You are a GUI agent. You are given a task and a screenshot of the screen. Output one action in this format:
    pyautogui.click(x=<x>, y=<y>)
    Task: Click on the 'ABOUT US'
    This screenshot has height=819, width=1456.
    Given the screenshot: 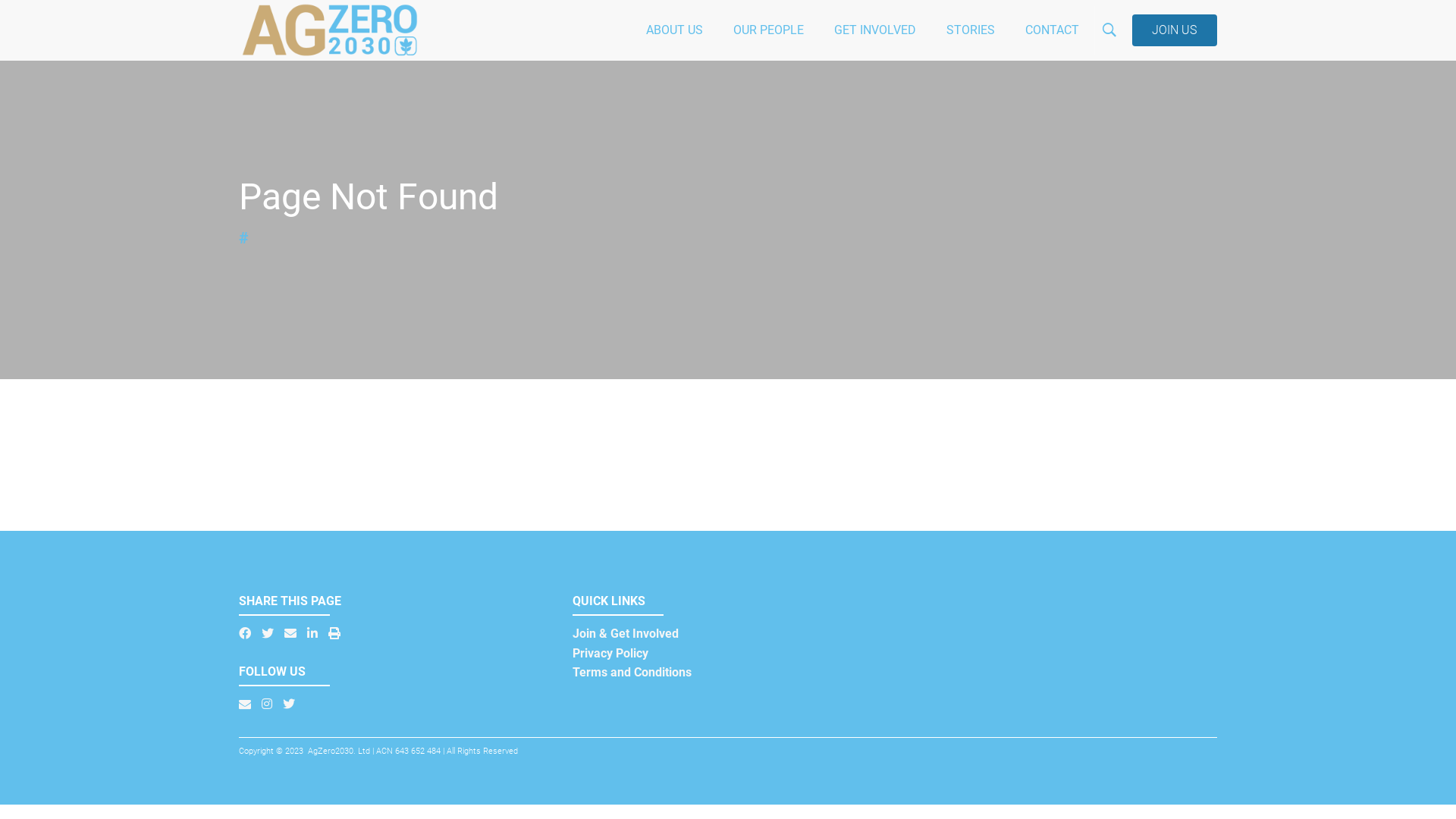 What is the action you would take?
    pyautogui.click(x=630, y=30)
    